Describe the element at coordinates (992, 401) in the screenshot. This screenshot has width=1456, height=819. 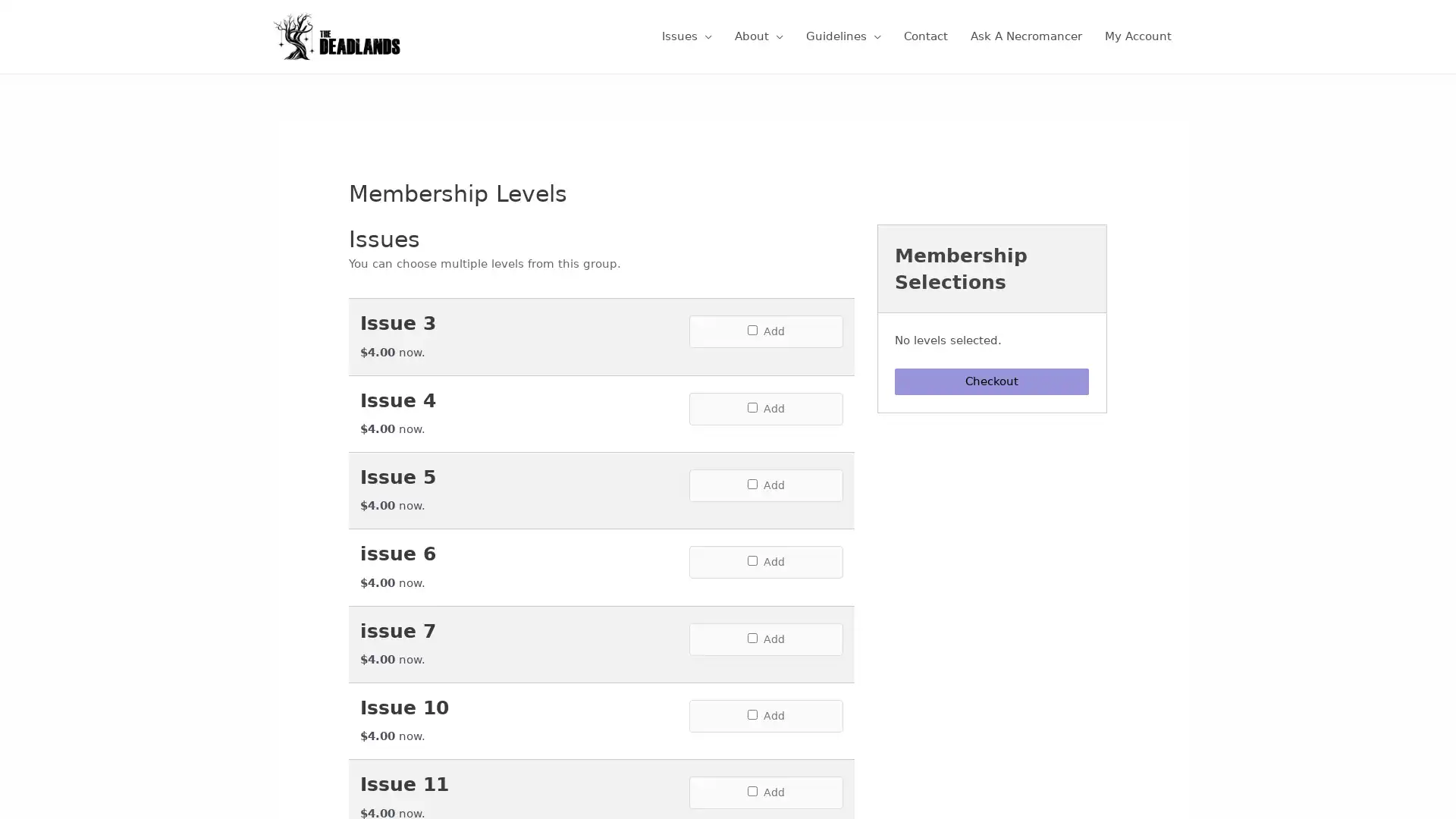
I see `Checkout` at that location.